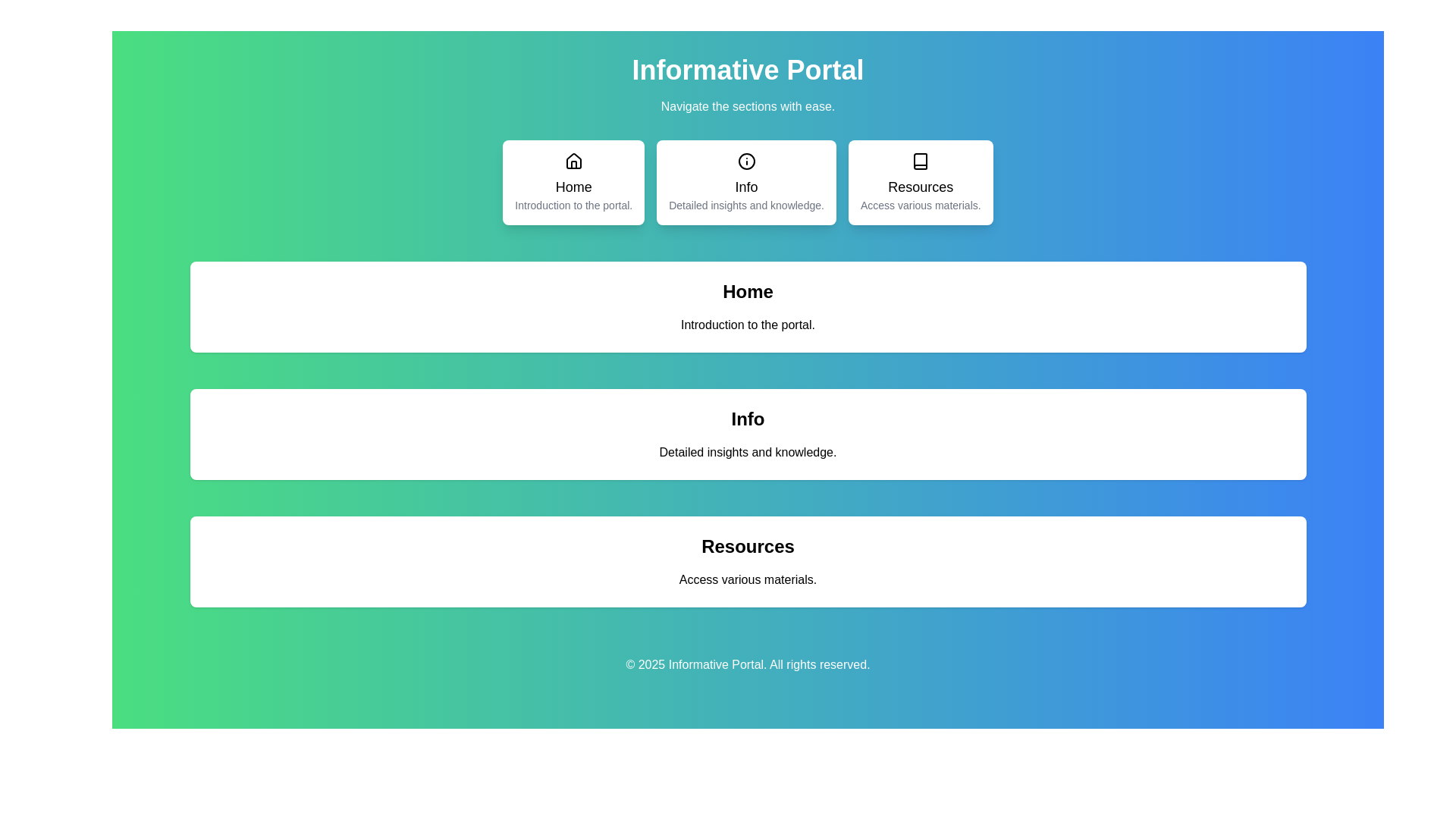 The height and width of the screenshot is (819, 1456). I want to click on the stylized house icon located at the top of the 'Home' card in the 'Informative Portal' section, so click(573, 161).